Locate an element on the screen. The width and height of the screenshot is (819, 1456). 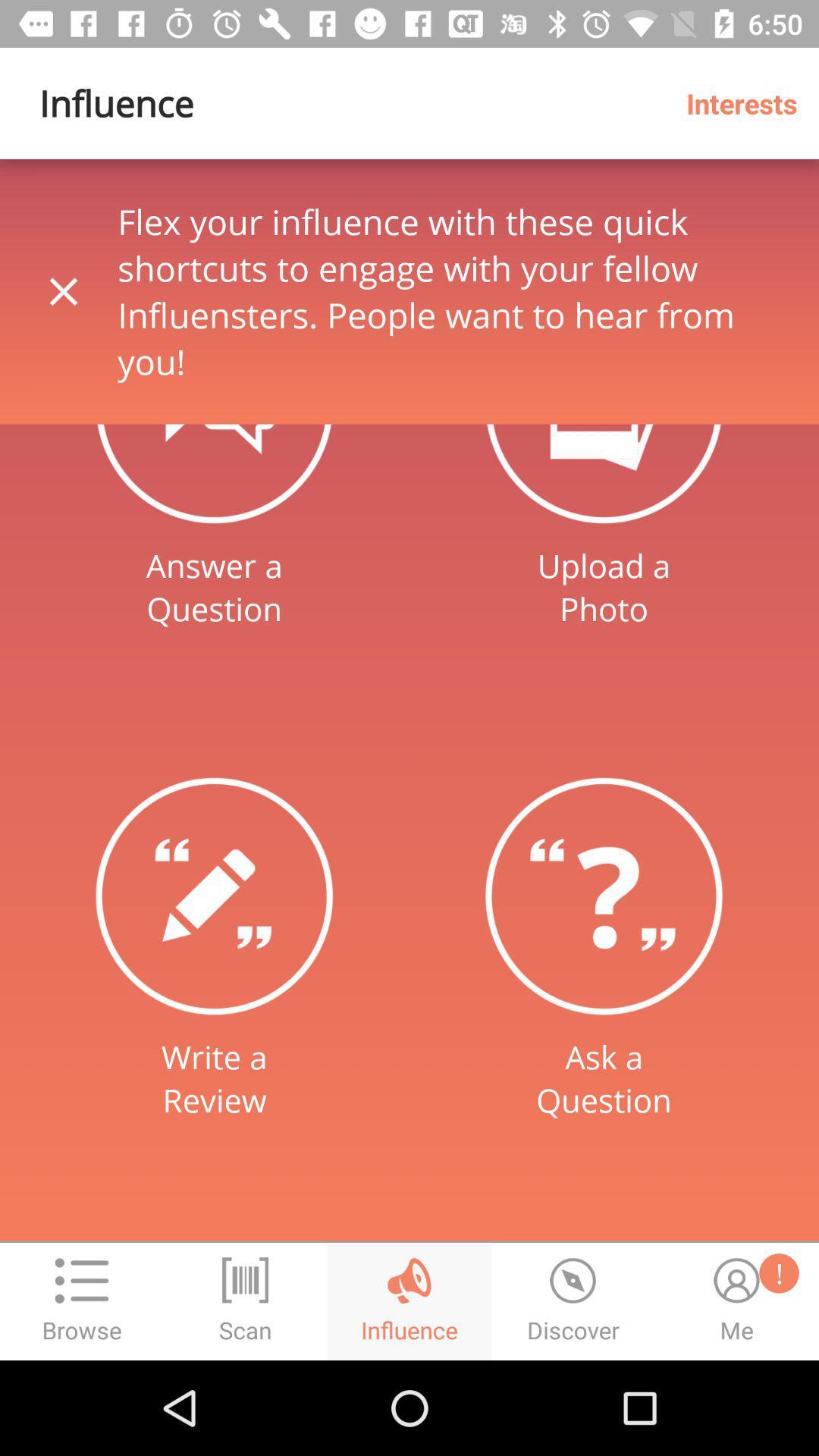
the close icon is located at coordinates (63, 291).